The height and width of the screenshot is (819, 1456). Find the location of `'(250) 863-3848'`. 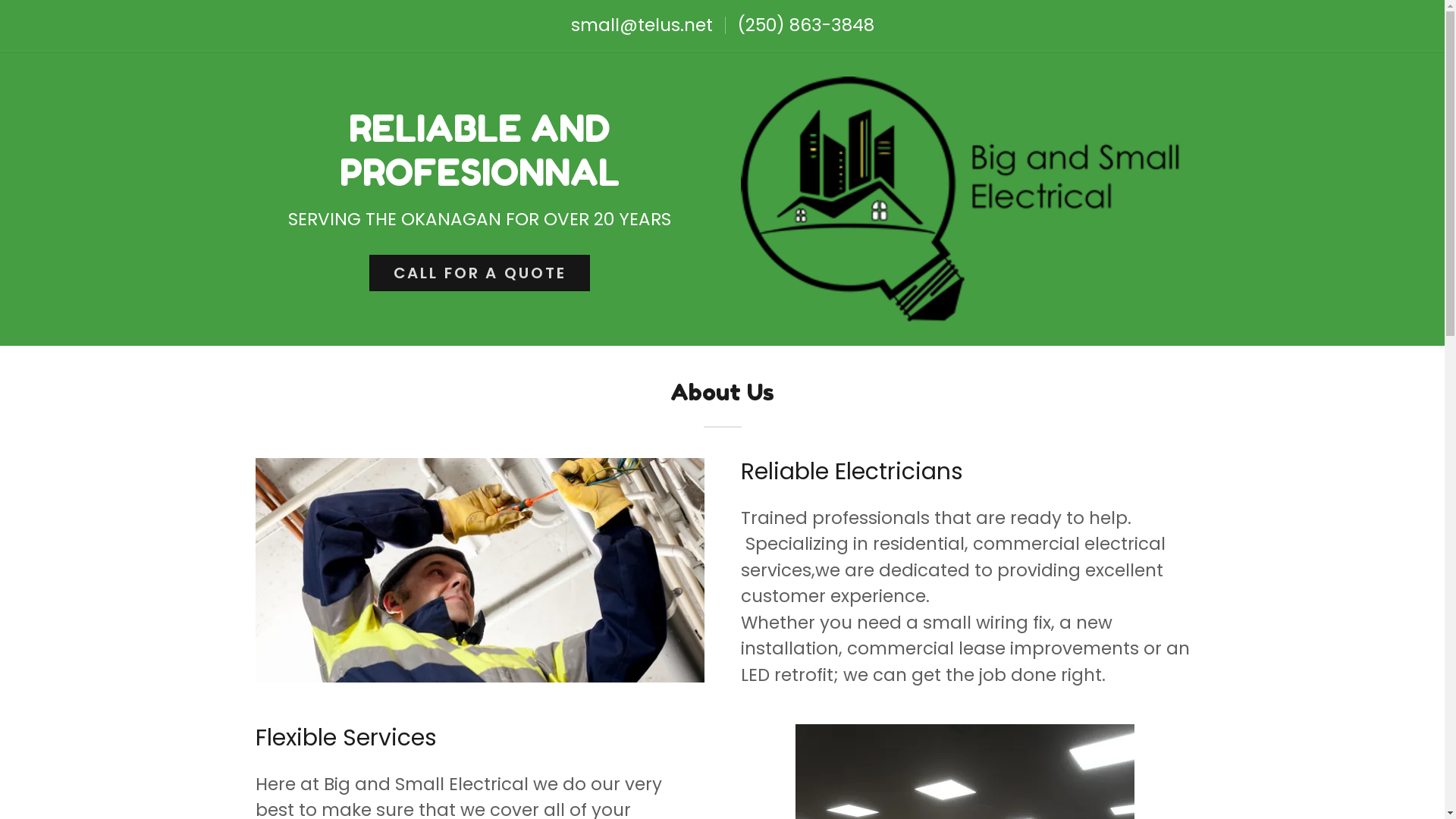

'(250) 863-3848' is located at coordinates (804, 25).